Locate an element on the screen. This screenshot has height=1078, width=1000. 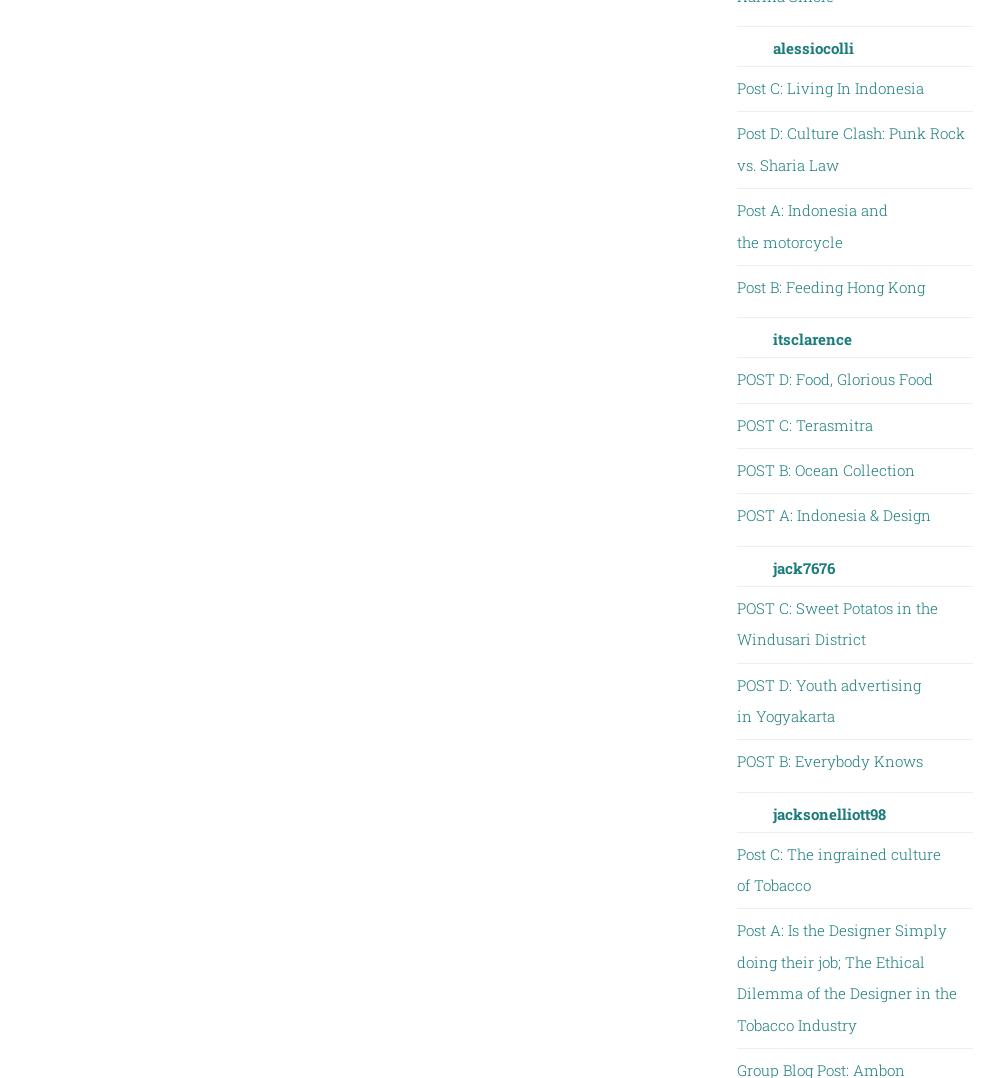
'itsclarence' is located at coordinates (811, 338).